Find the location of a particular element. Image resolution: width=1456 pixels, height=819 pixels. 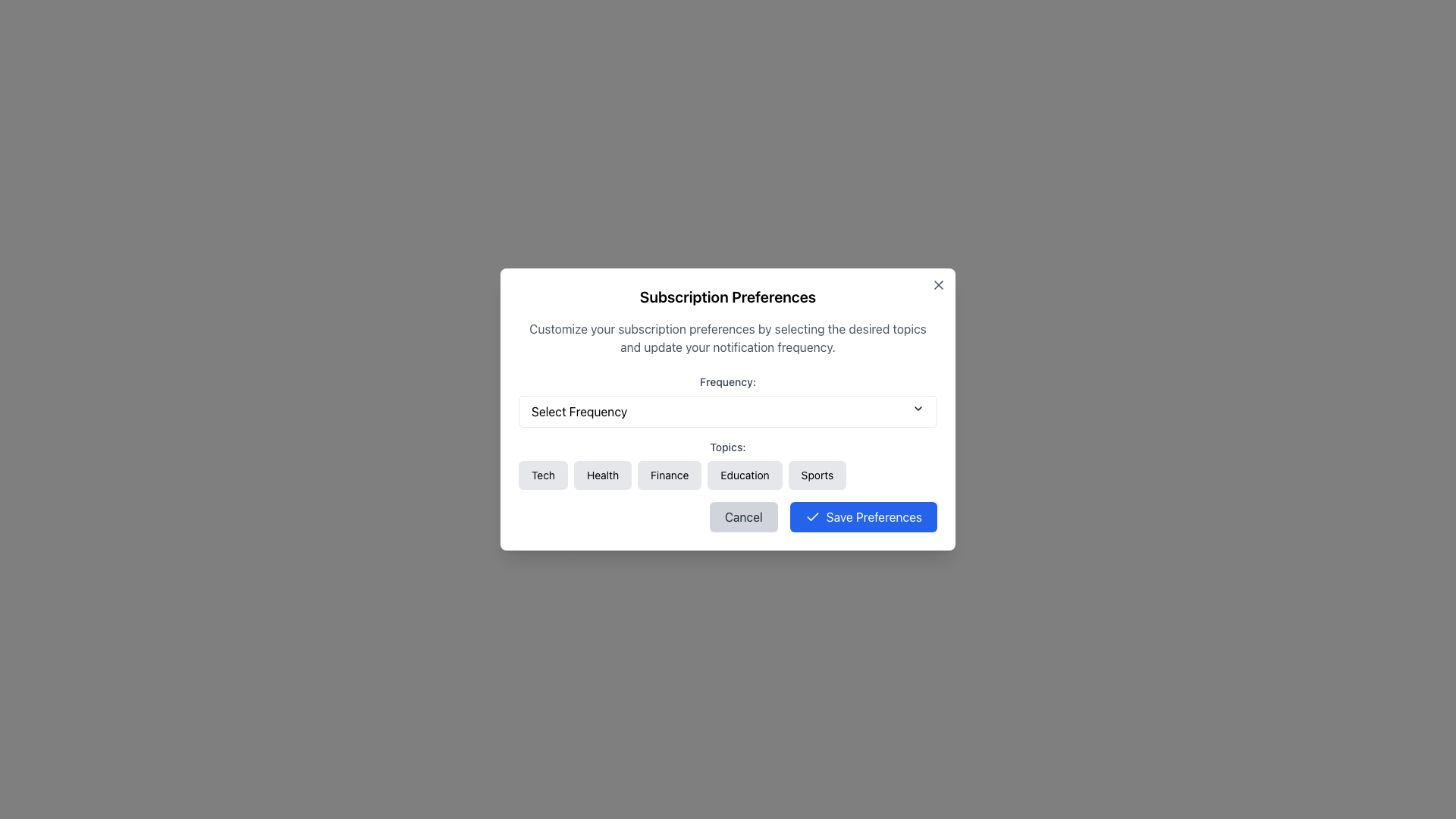

the 'Education' button located beneath the label 'Topics:' and above the 'Cancel' and 'Save Preferences' buttons is located at coordinates (728, 464).